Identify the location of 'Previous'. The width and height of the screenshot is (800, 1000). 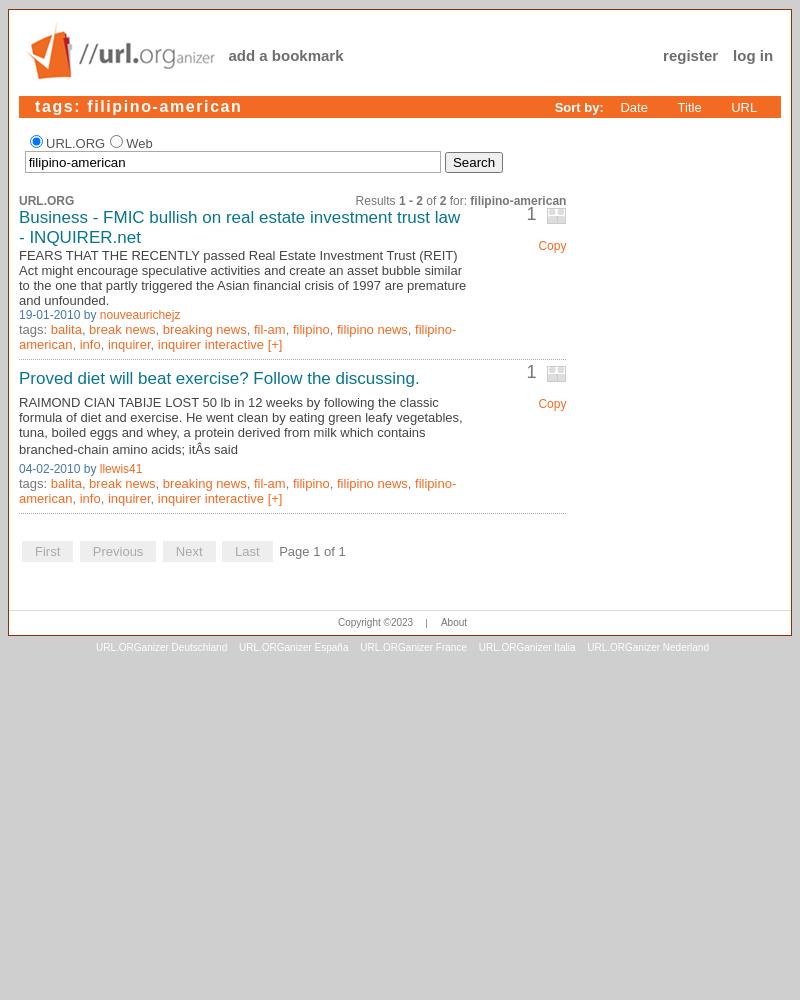
(116, 550).